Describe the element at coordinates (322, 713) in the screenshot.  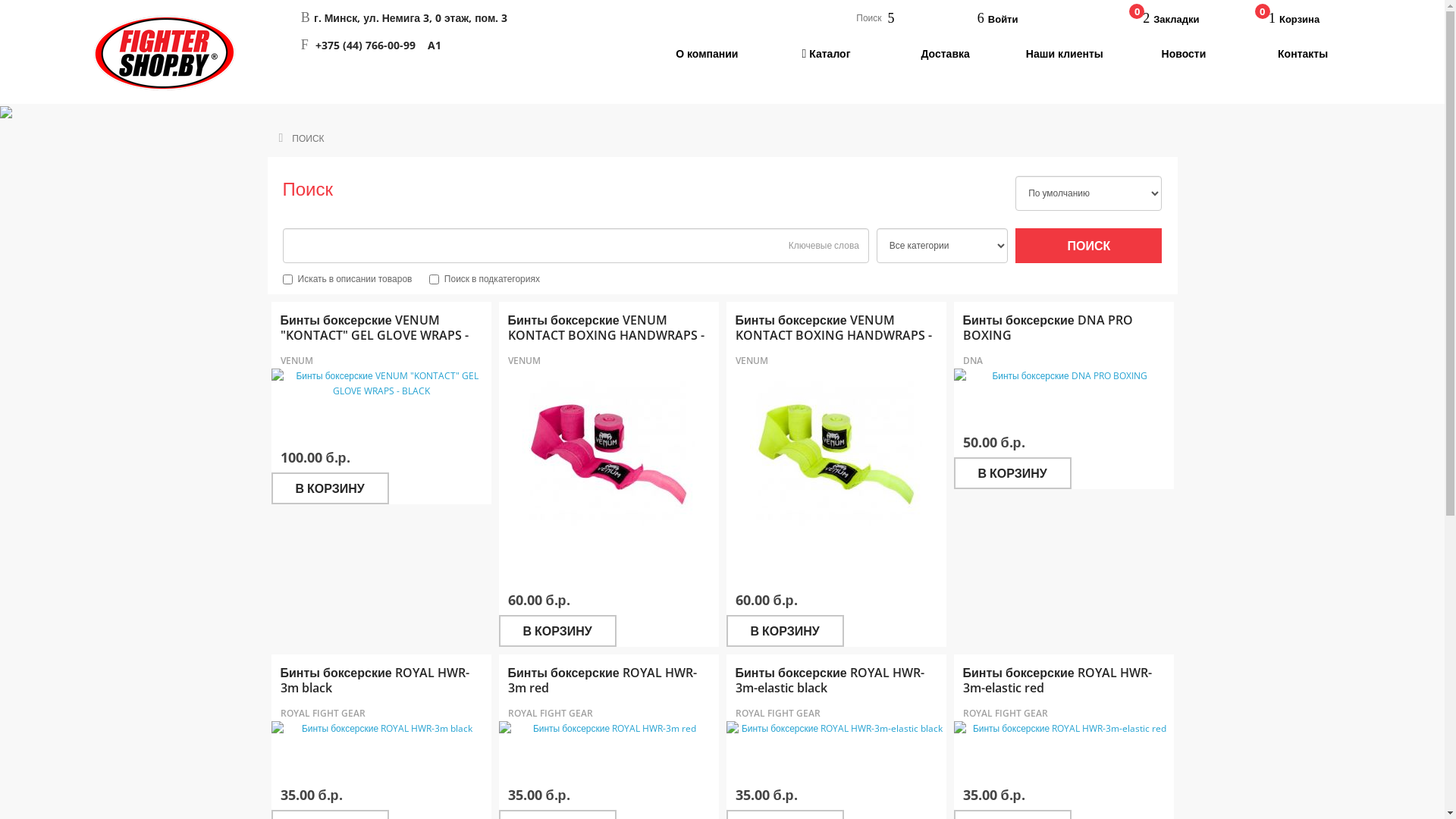
I see `'ROYAL FIGHT GEAR'` at that location.